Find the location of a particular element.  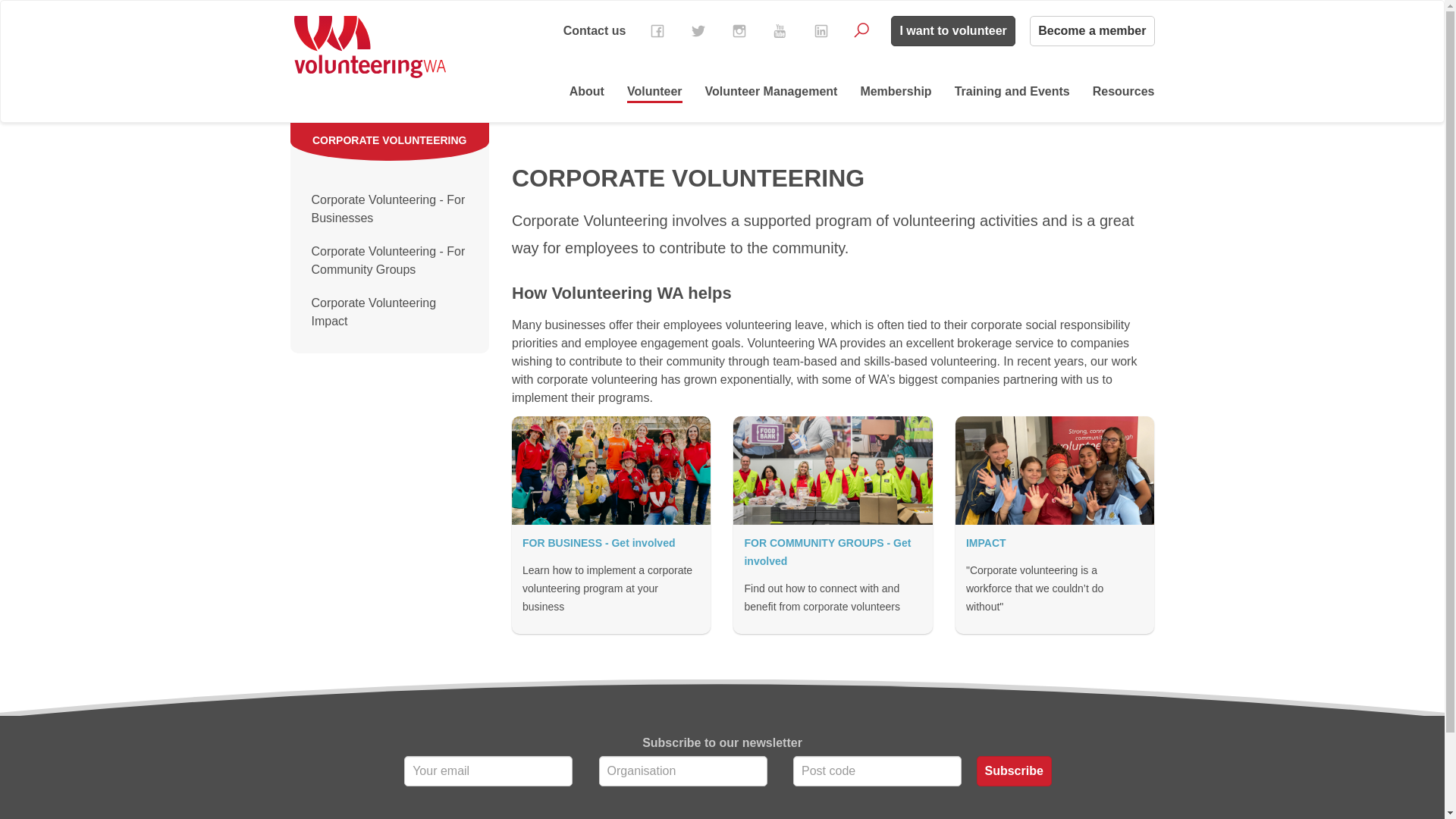

'YouTube' is located at coordinates (780, 31).